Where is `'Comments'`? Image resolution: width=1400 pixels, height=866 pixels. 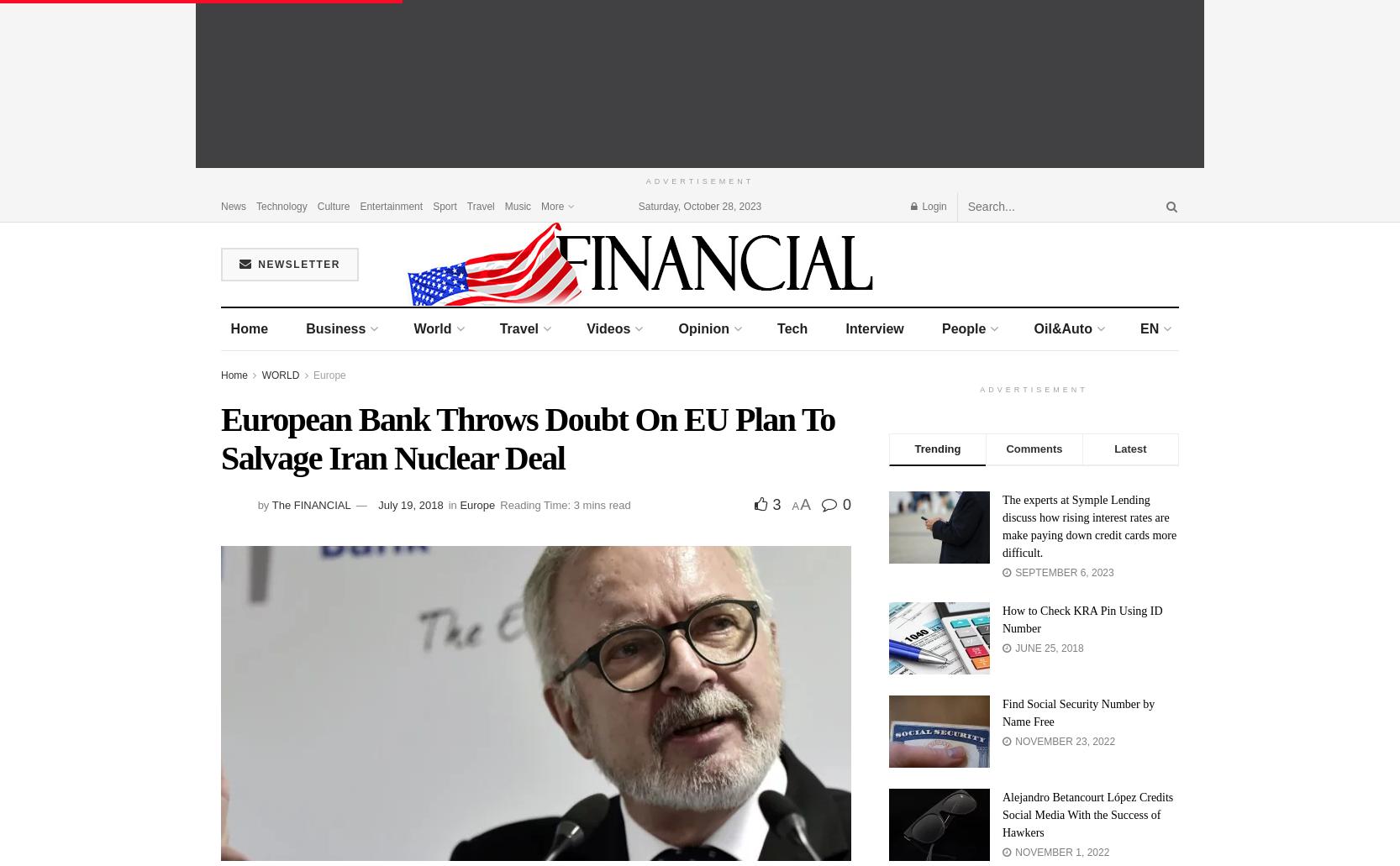 'Comments' is located at coordinates (1034, 448).